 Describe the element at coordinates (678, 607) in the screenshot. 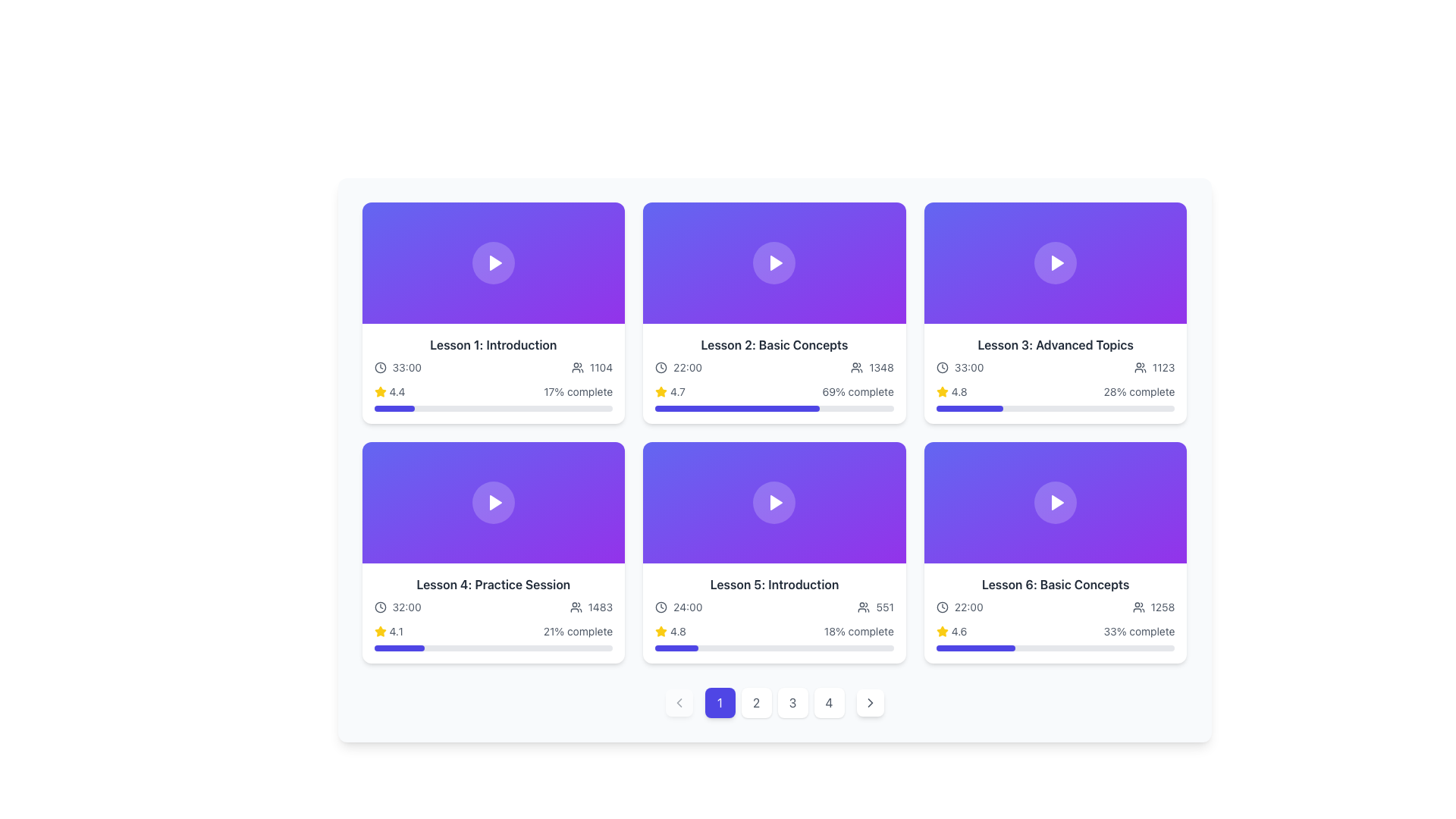

I see `the duration label for 'Lesson 5: Introduction'` at that location.